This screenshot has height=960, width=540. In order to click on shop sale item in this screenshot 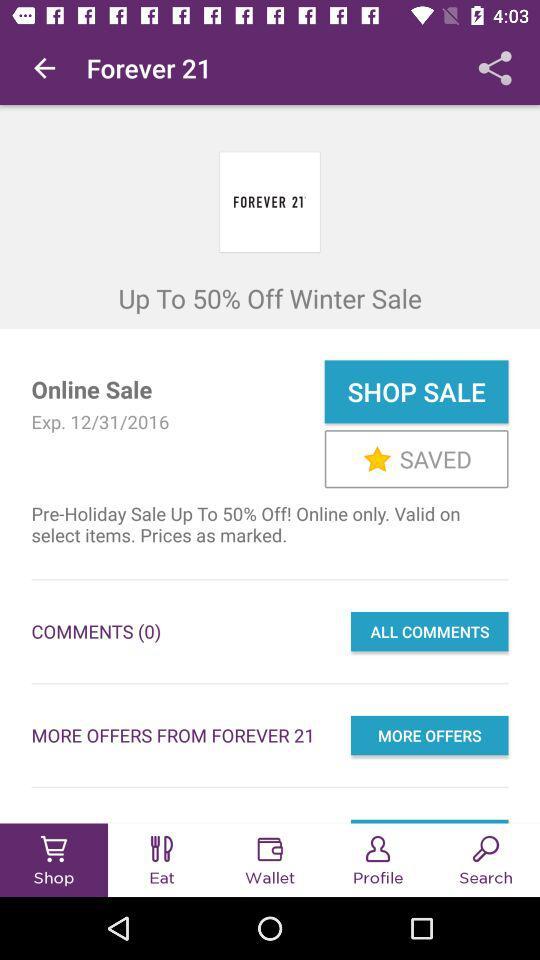, I will do `click(415, 390)`.